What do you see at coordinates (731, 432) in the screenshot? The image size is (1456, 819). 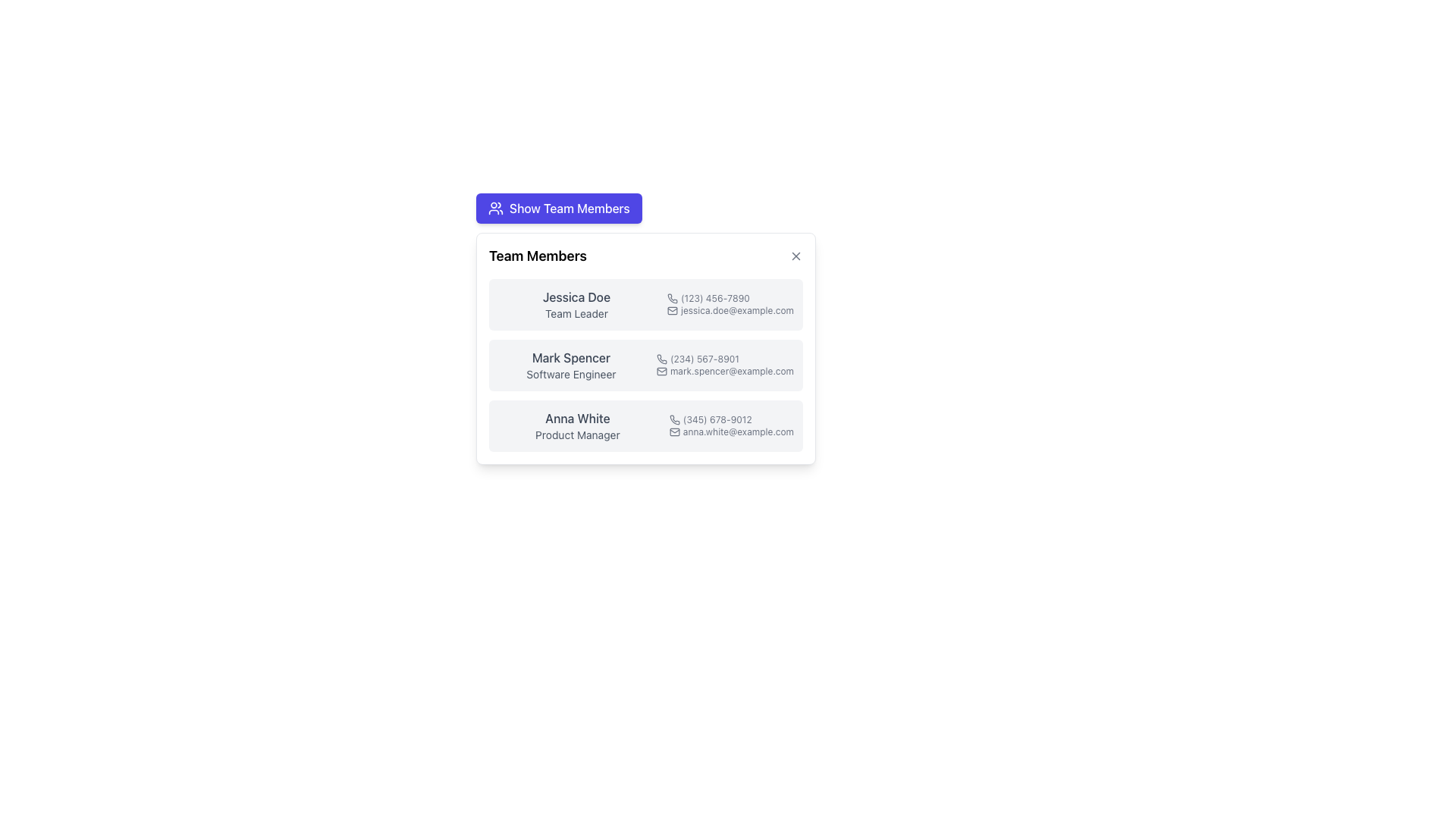 I see `the email address display for the team member Anna White, which is located in the third section of the 'Team Members' list, below her name and phone number, and aligned horizontally with a mail icon` at bounding box center [731, 432].